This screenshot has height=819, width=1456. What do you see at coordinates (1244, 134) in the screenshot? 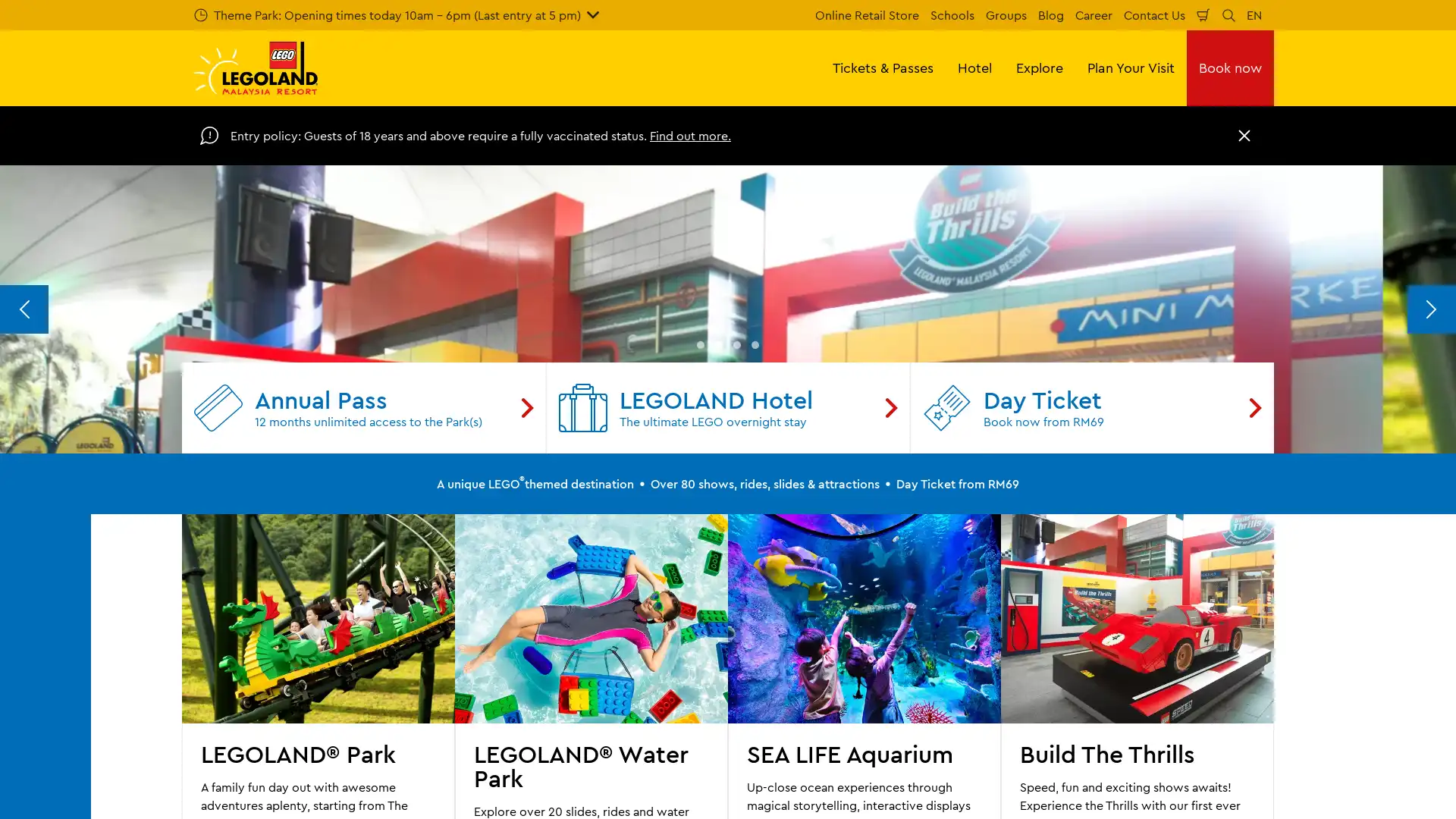
I see `Close` at bounding box center [1244, 134].